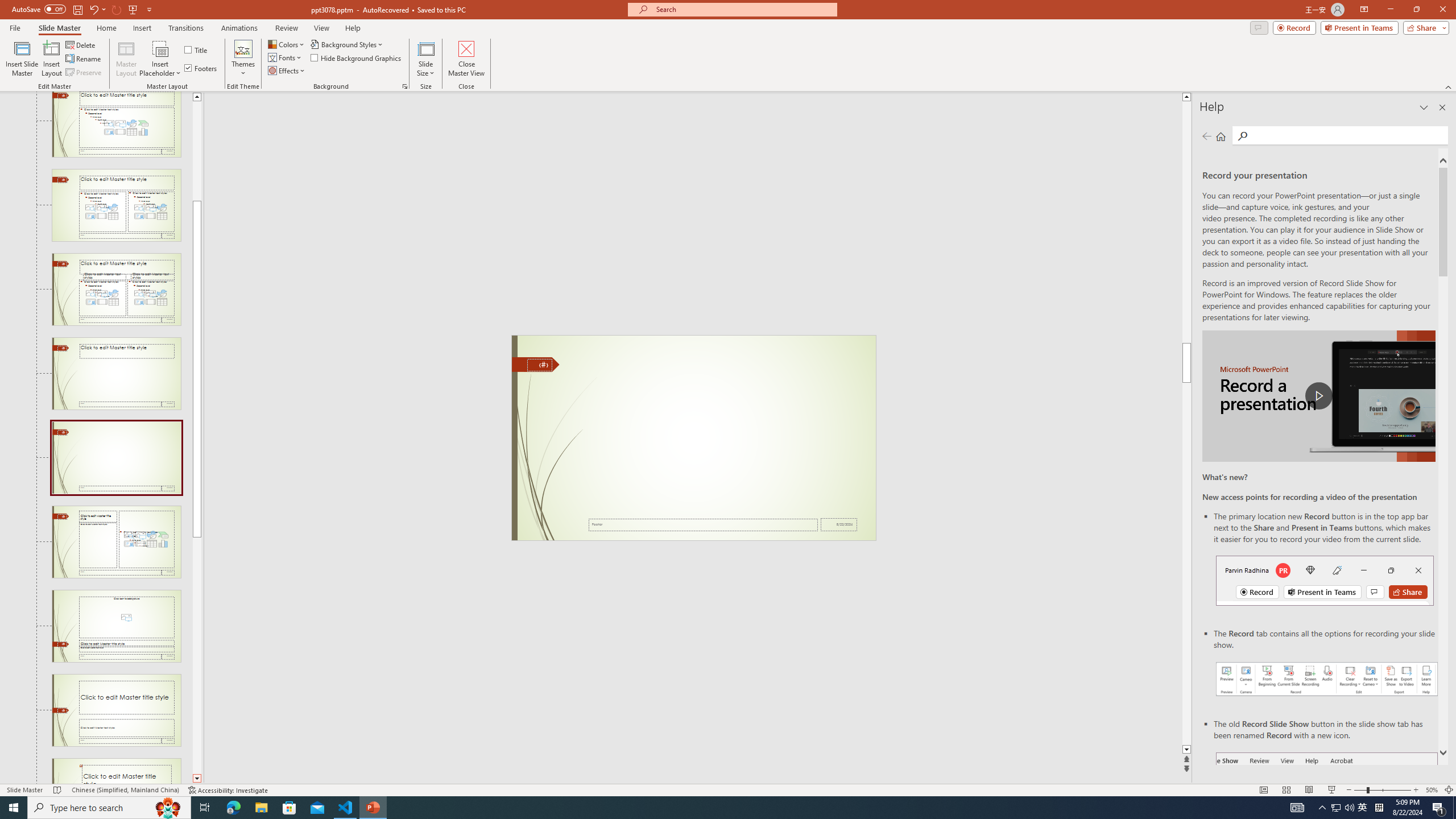  What do you see at coordinates (1263, 790) in the screenshot?
I see `'Normal'` at bounding box center [1263, 790].